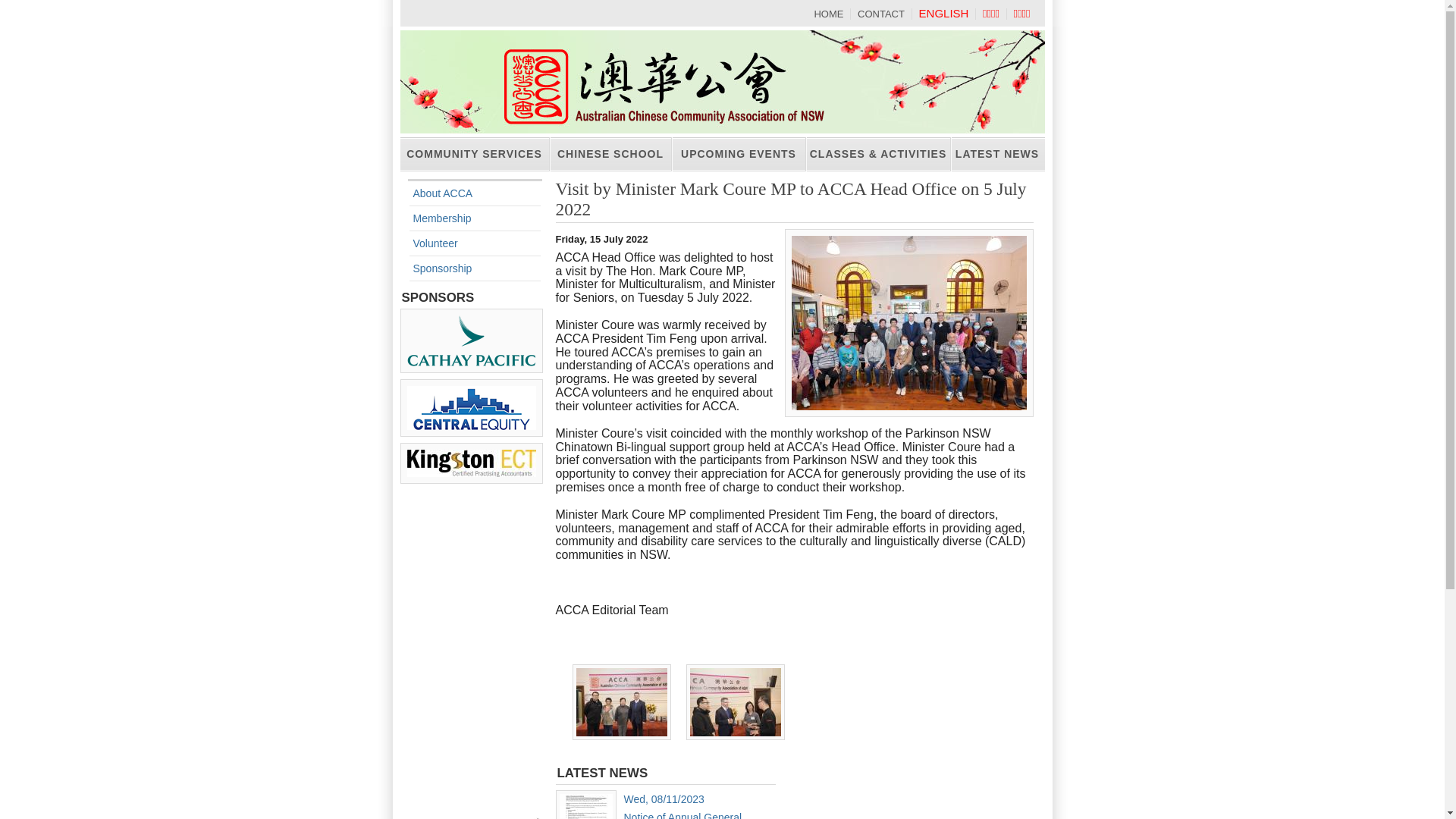  I want to click on 'CHINESE SCHOOL', so click(610, 154).